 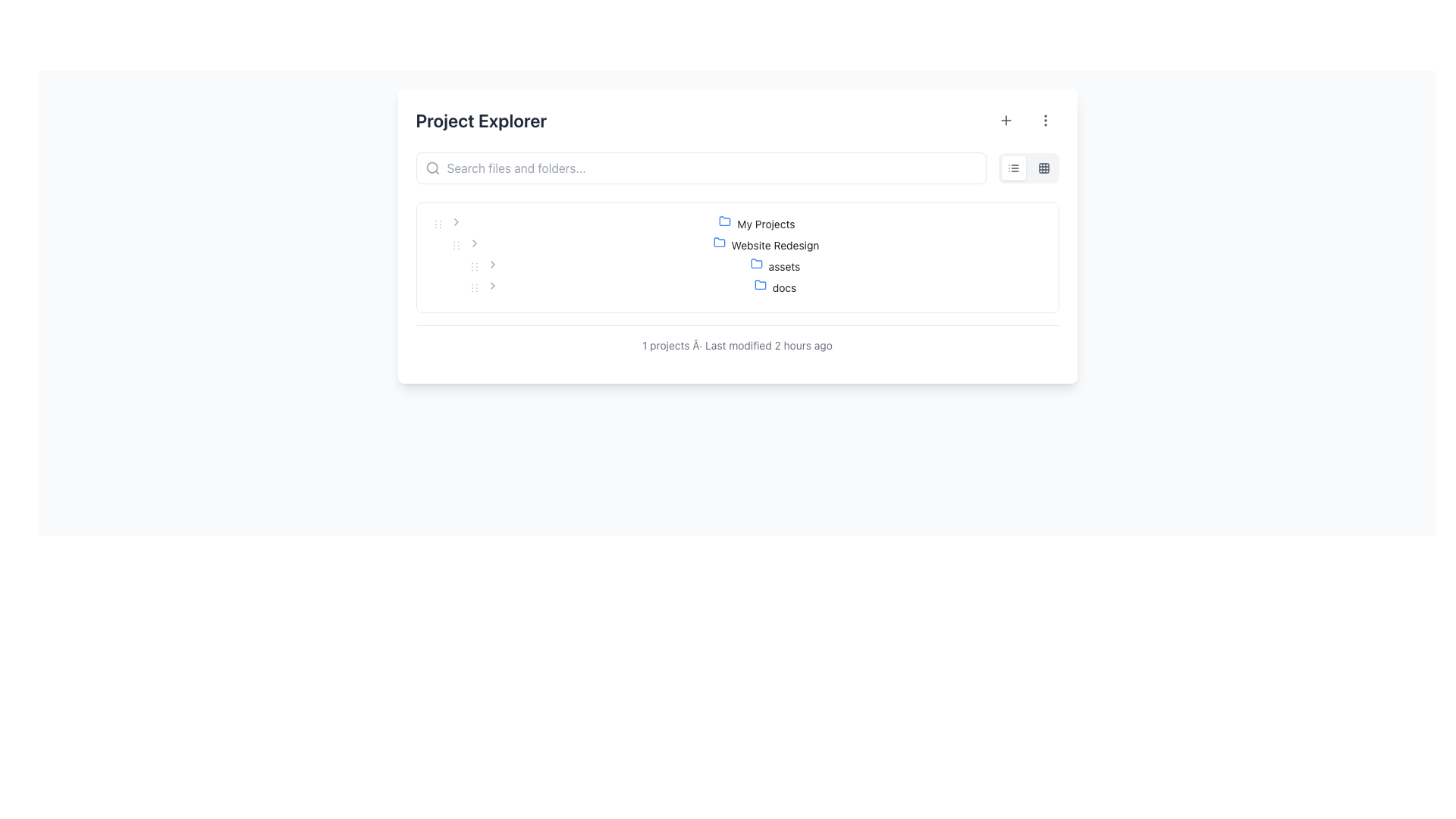 What do you see at coordinates (737, 345) in the screenshot?
I see `the small text area displaying the project status, which is located below the project list and reads '1 projects · Last modified 2 hours ago'` at bounding box center [737, 345].